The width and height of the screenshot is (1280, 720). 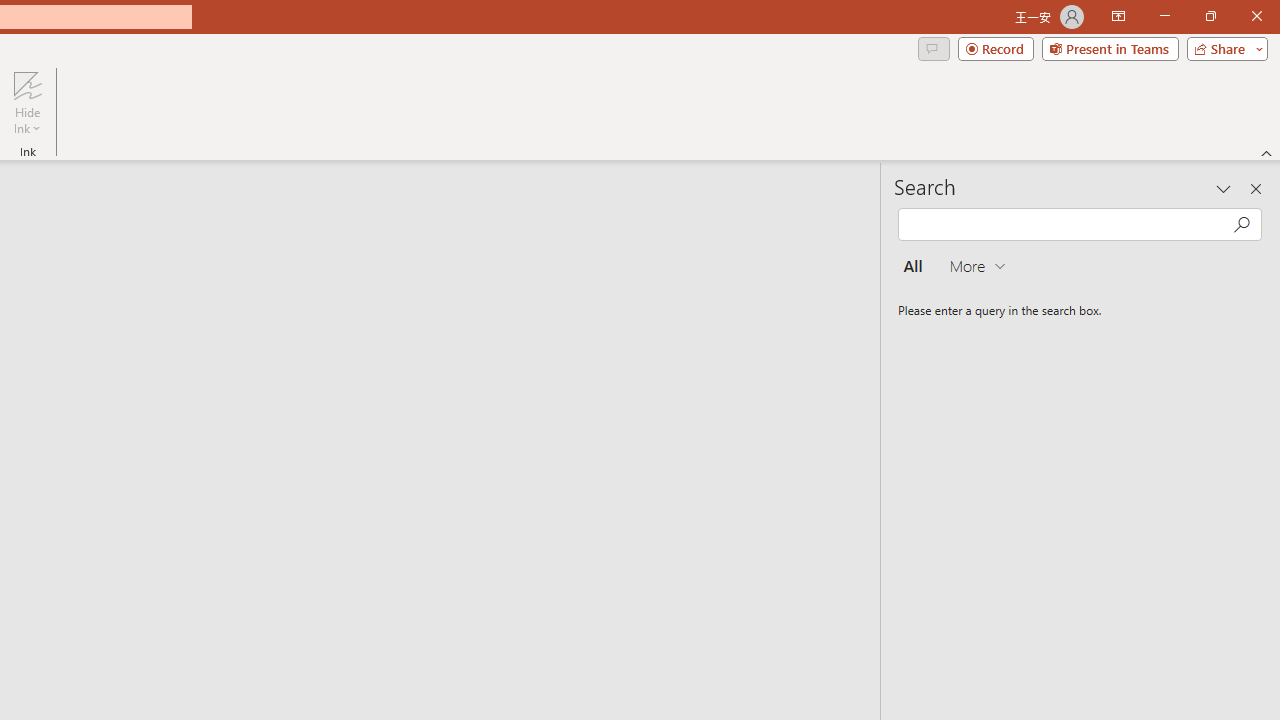 I want to click on 'Hide Ink', so click(x=27, y=84).